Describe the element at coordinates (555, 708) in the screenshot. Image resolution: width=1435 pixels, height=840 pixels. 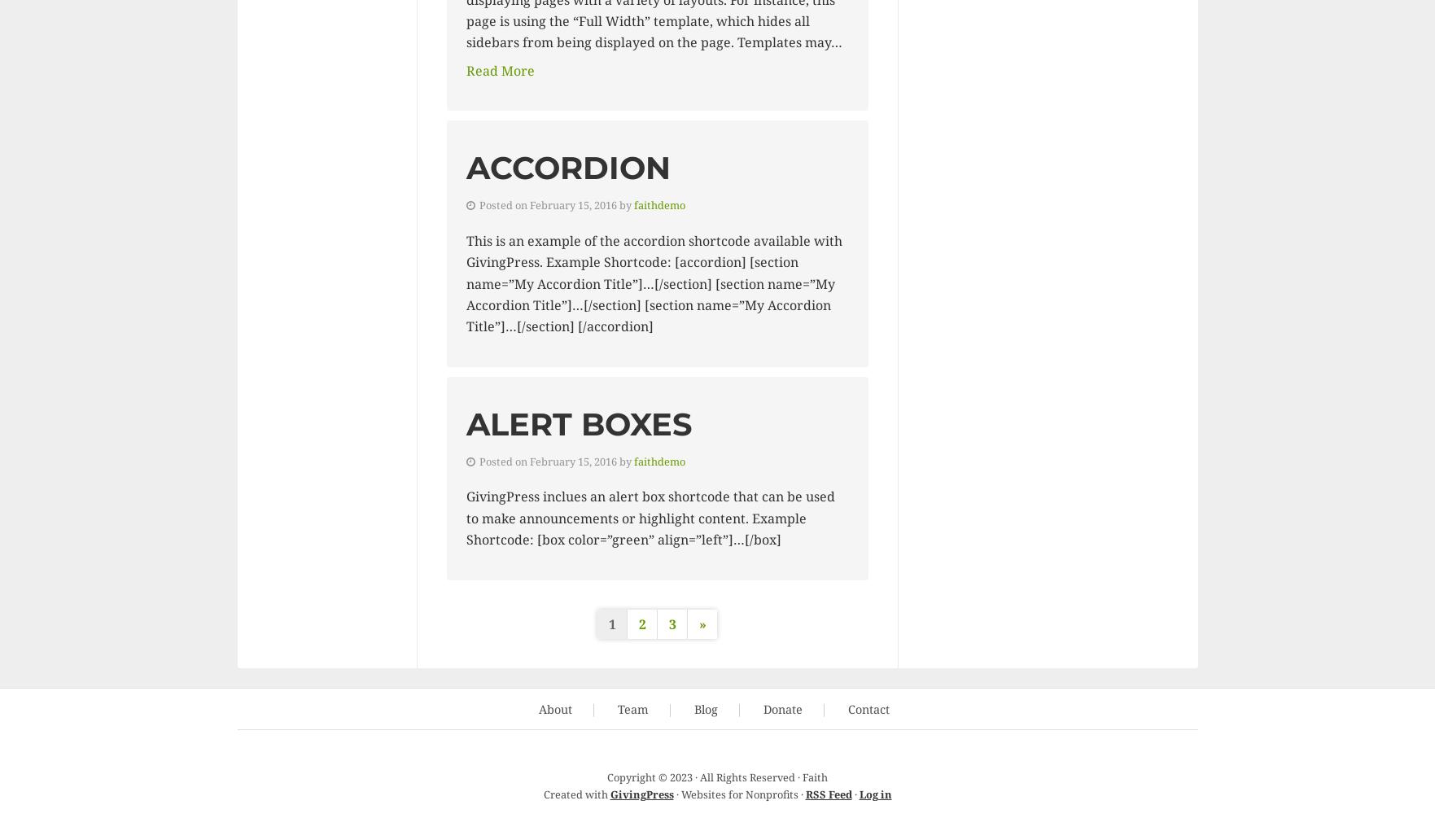
I see `'About'` at that location.